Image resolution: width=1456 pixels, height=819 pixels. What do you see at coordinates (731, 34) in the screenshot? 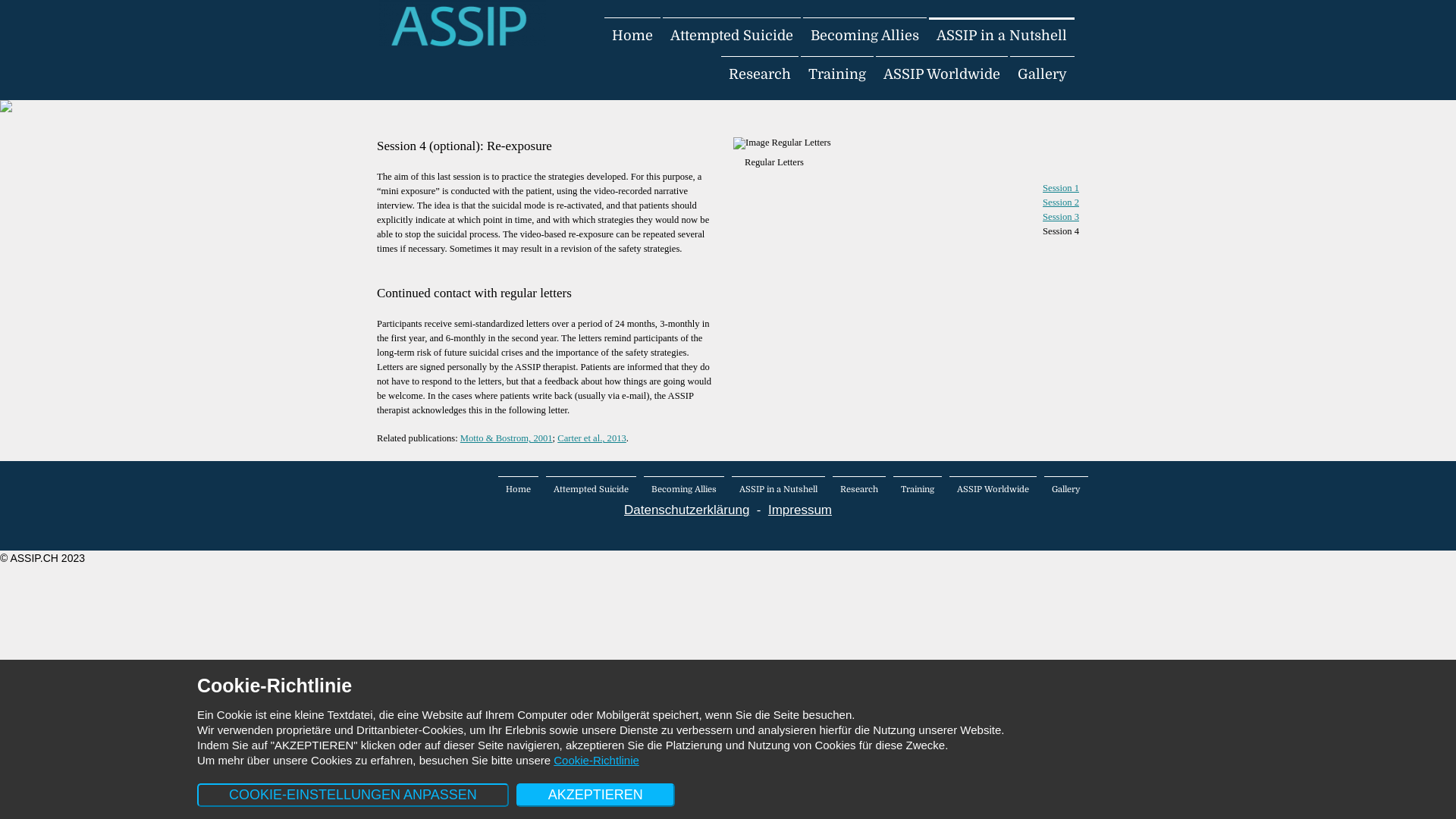
I see `'Attempted Suicide'` at bounding box center [731, 34].